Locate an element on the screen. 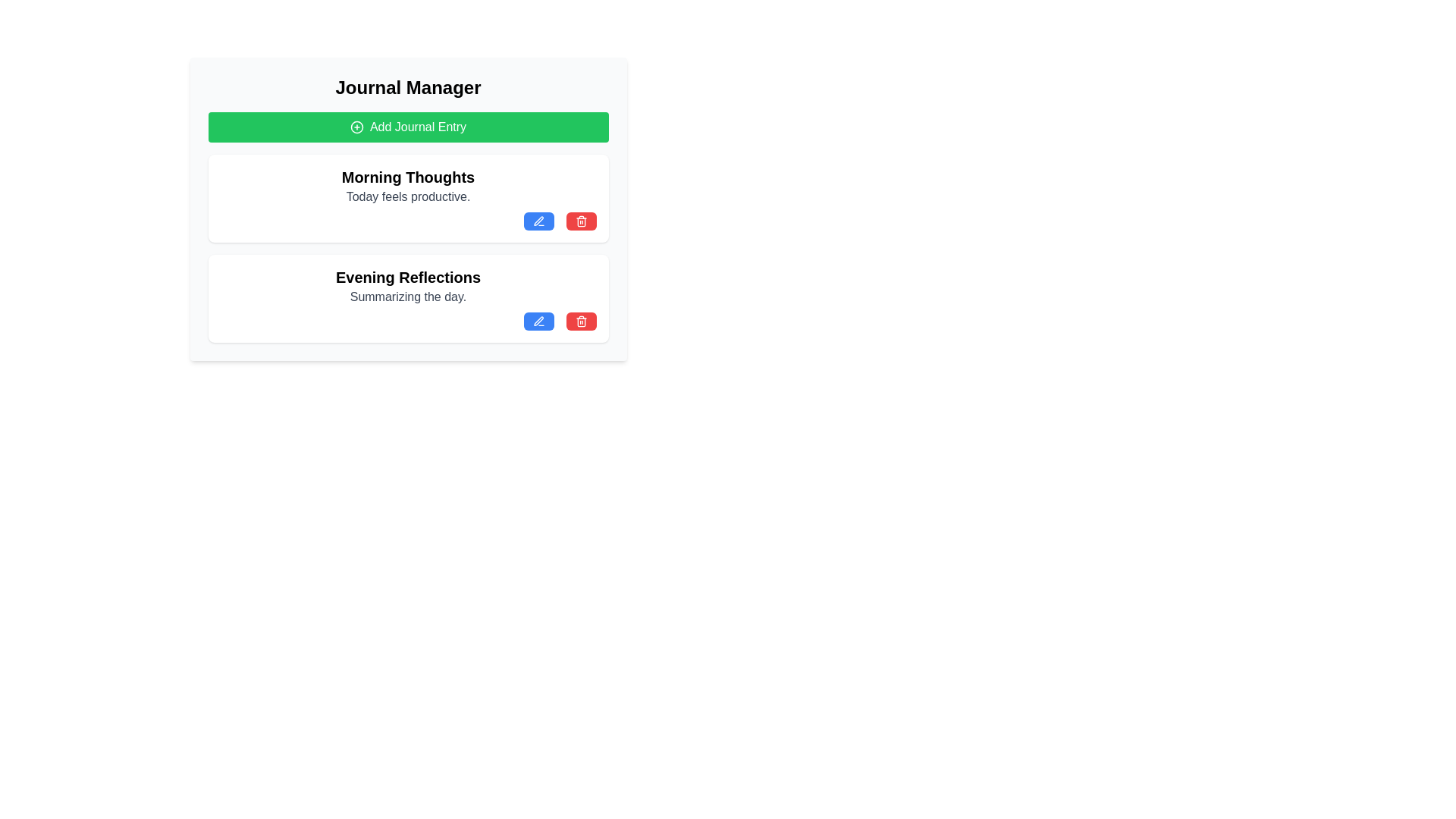 The height and width of the screenshot is (819, 1456). the delete button located in the bottom-right corner of the card labeled 'Evening Reflections' is located at coordinates (580, 321).